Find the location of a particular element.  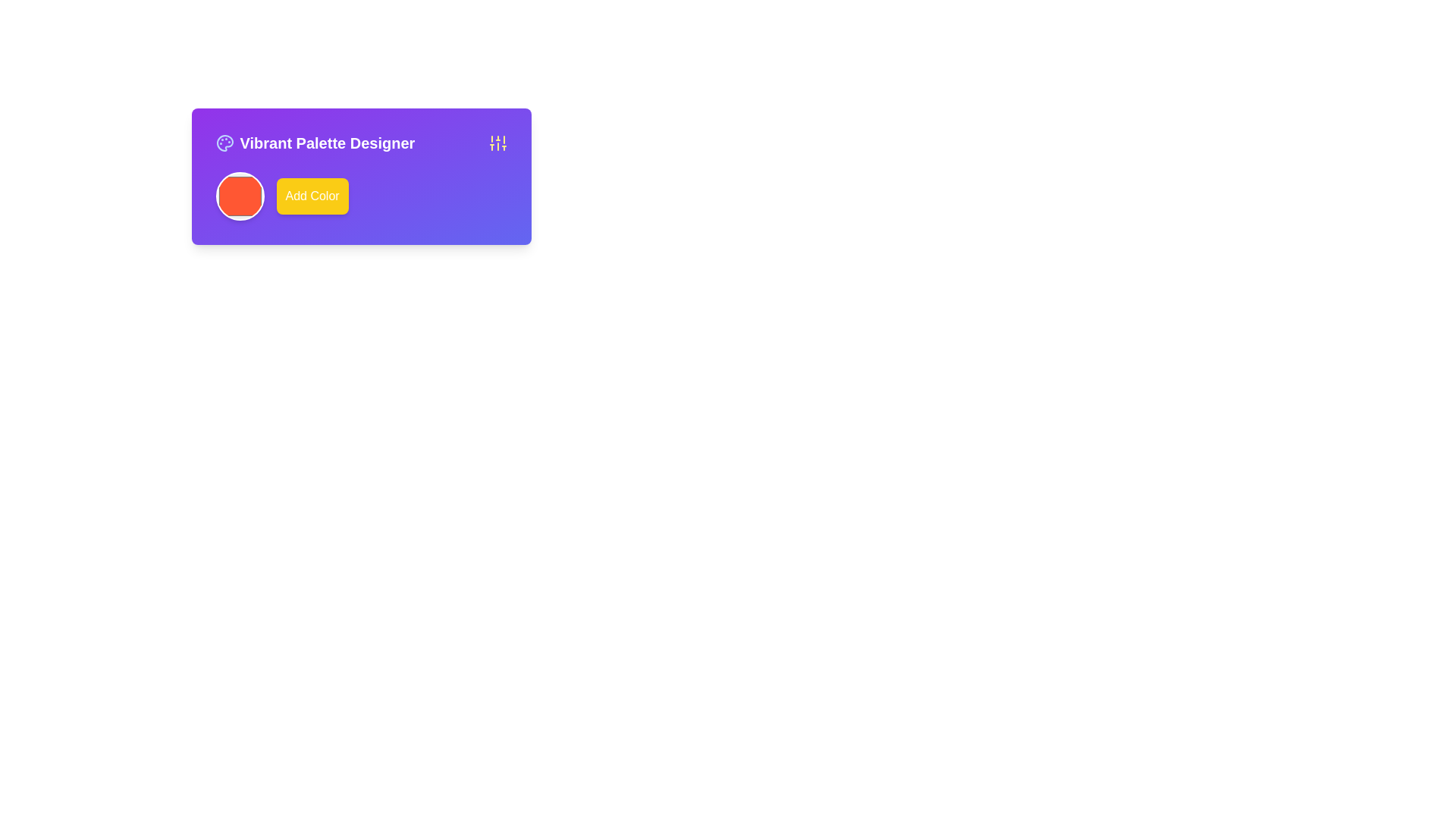

the Circular color picker located in the 'Vibrant Palette Designer' interface is located at coordinates (239, 195).